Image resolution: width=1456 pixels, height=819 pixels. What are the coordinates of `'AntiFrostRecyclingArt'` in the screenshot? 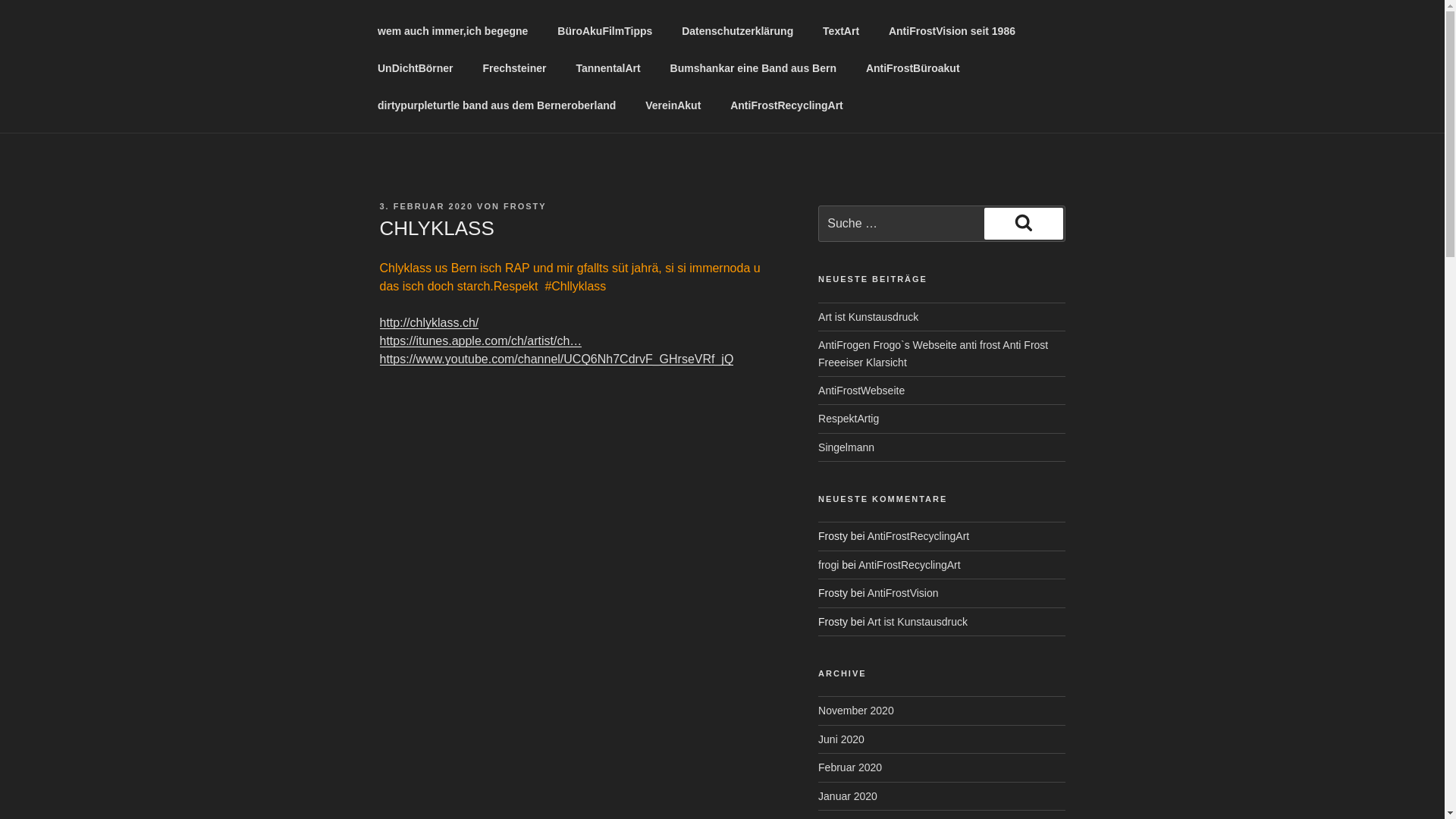 It's located at (918, 535).